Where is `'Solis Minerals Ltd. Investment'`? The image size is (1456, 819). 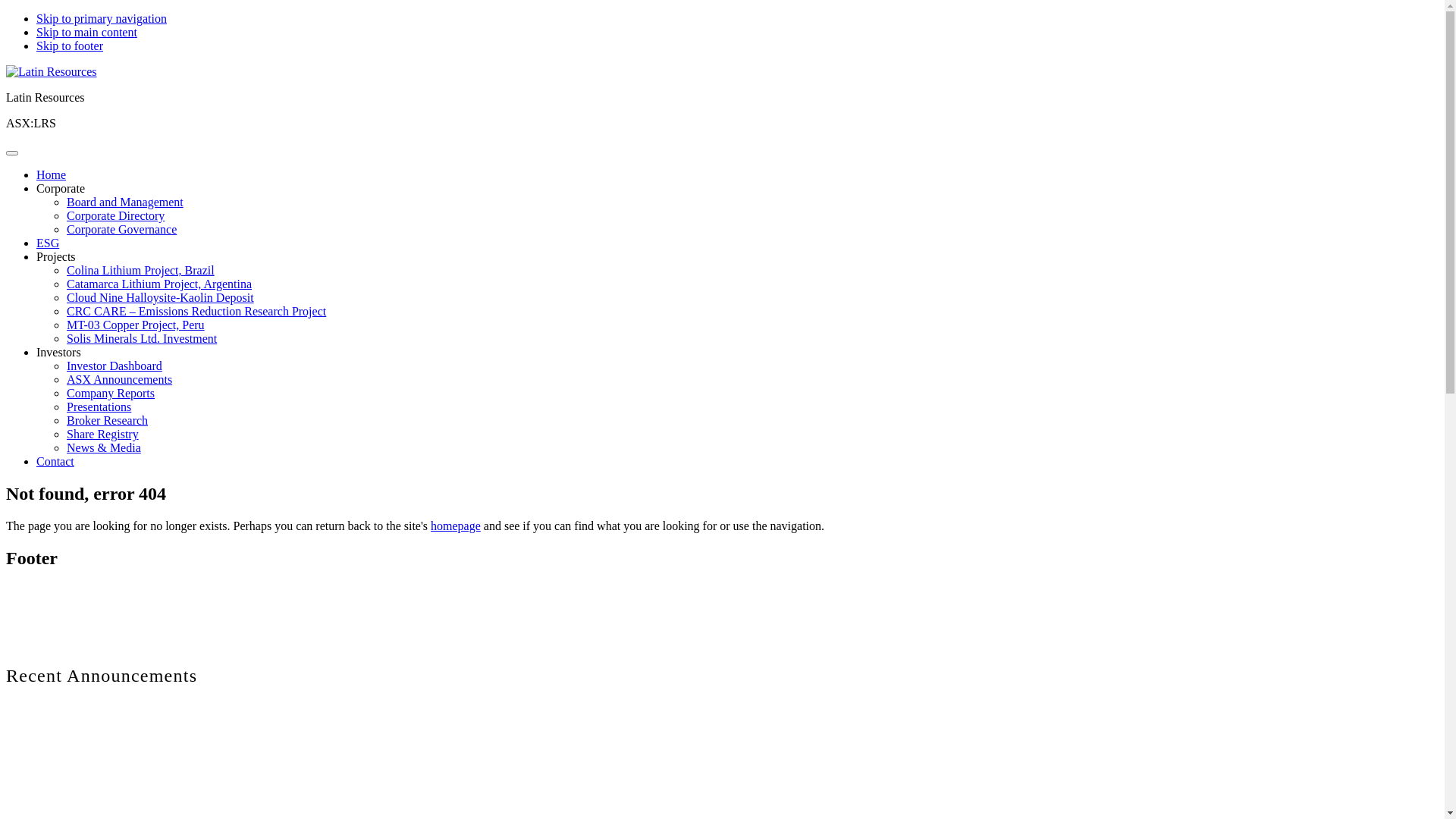 'Solis Minerals Ltd. Investment' is located at coordinates (142, 337).